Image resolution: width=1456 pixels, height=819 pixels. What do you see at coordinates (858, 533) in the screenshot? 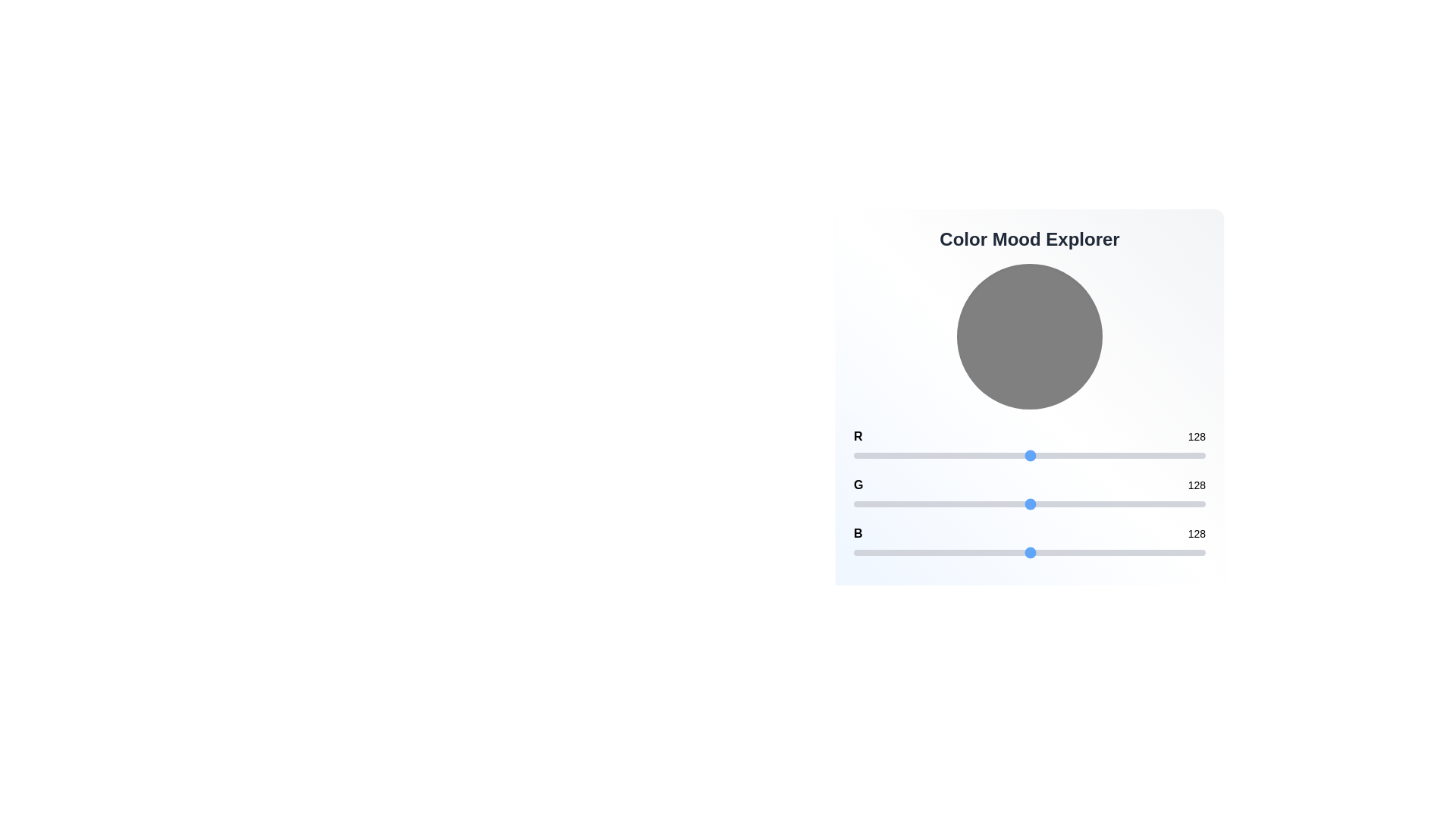
I see `the color channel label 'B' where channel can be 'R', 'G', or 'B'` at bounding box center [858, 533].